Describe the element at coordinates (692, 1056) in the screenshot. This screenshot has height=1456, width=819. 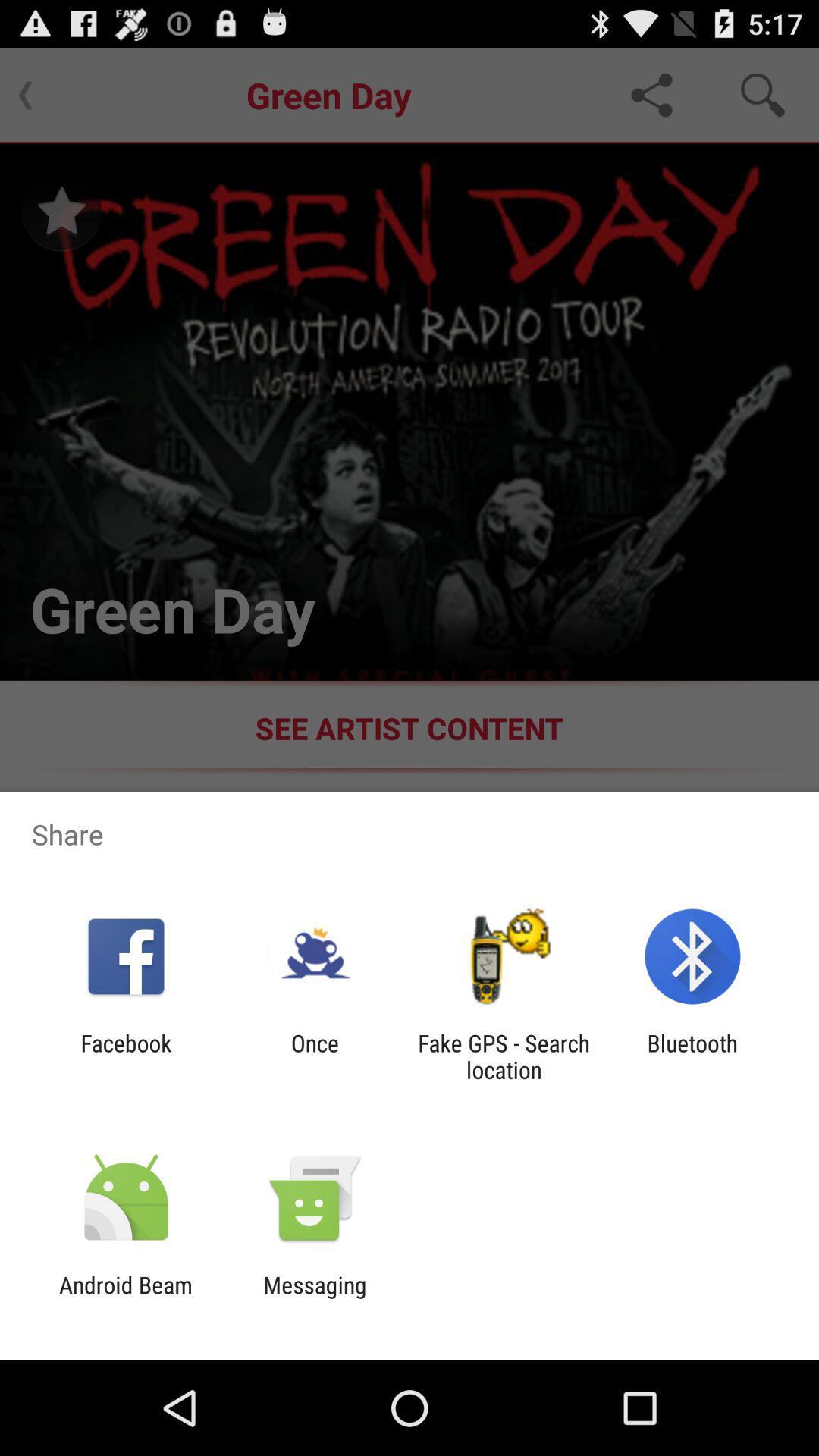
I see `item to the right of the fake gps search` at that location.